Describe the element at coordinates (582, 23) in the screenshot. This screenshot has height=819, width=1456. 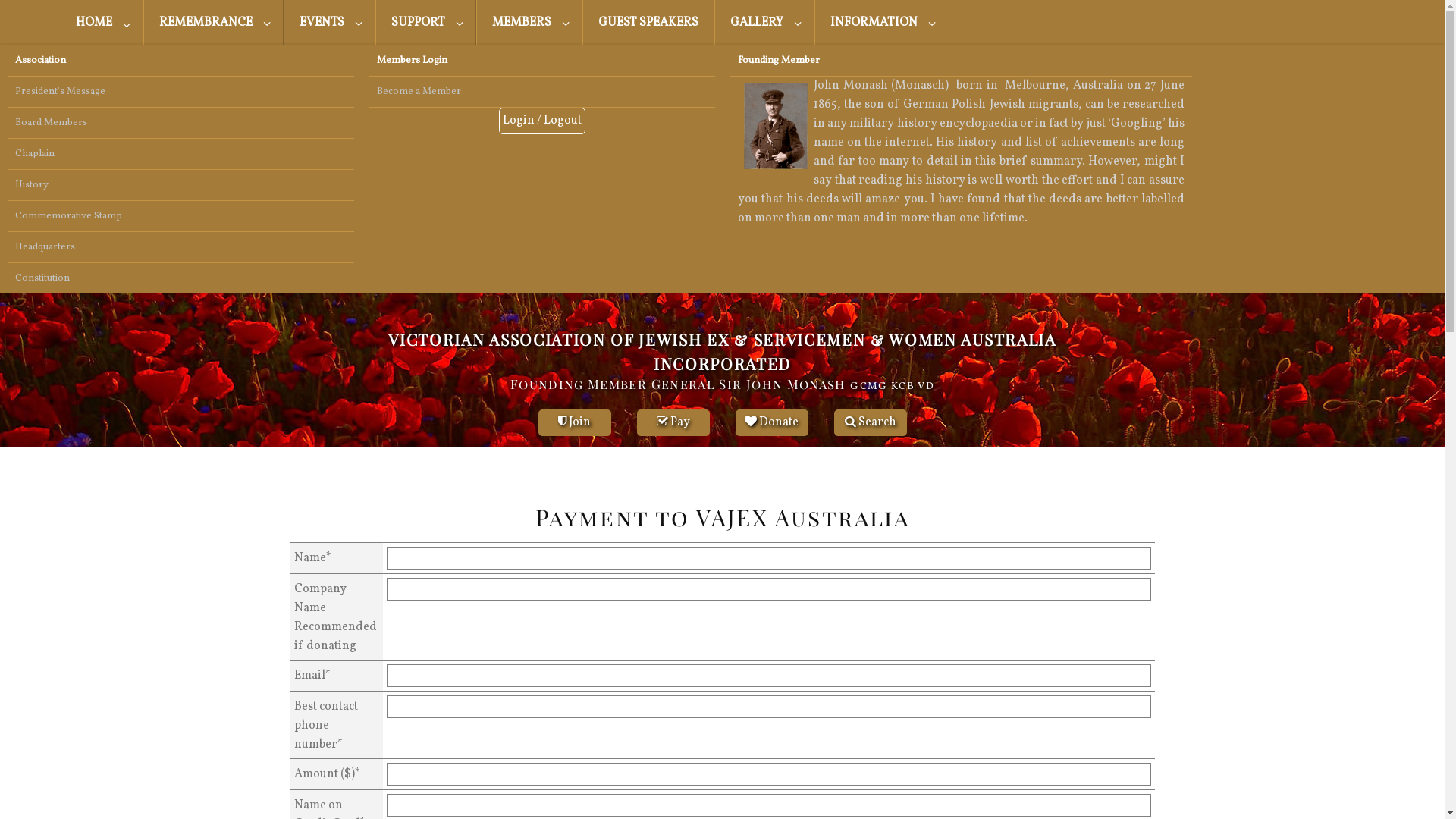
I see `'GUEST SPEAKERS'` at that location.